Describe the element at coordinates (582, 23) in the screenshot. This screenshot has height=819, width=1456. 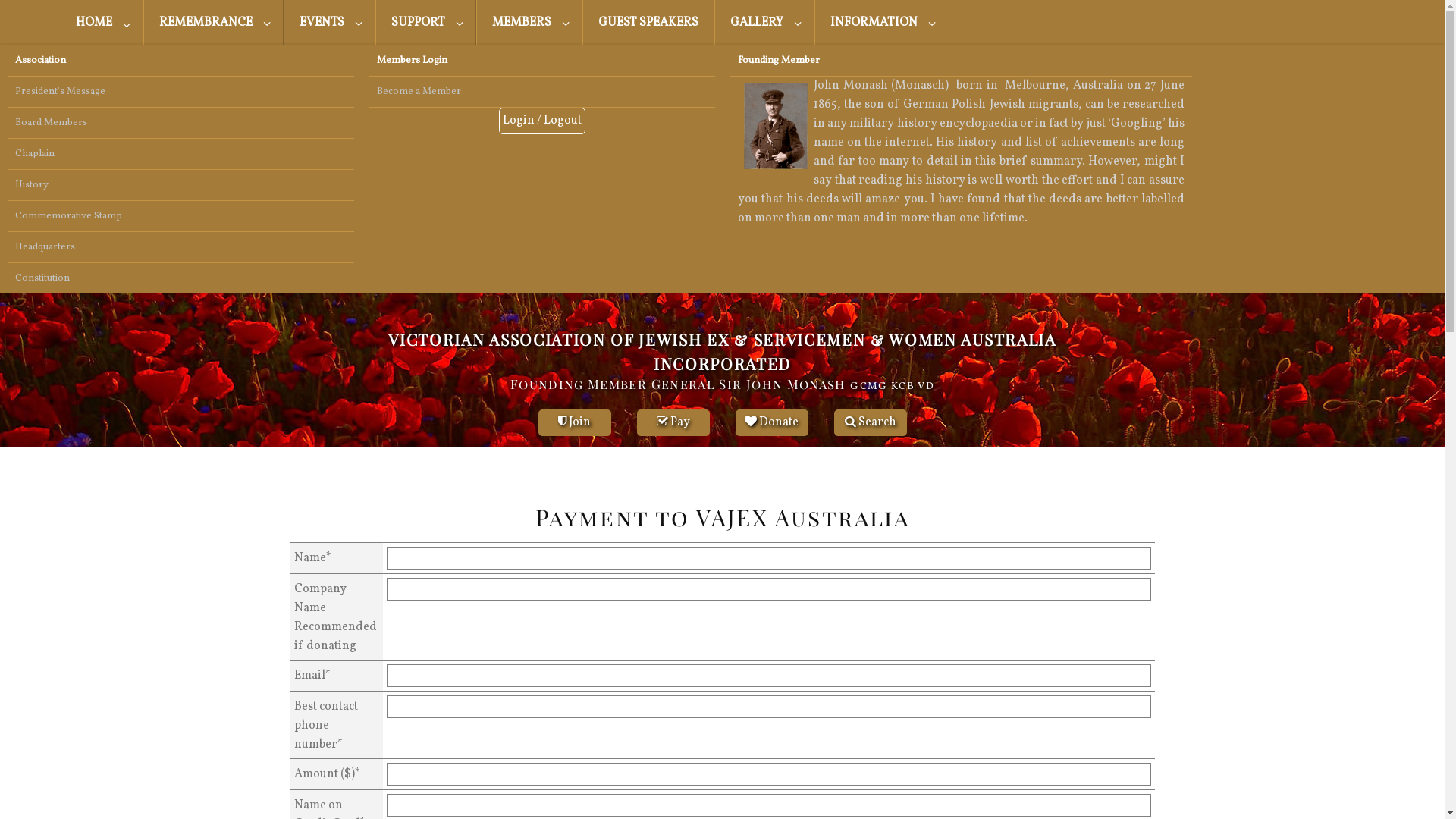
I see `'GUEST SPEAKERS'` at that location.